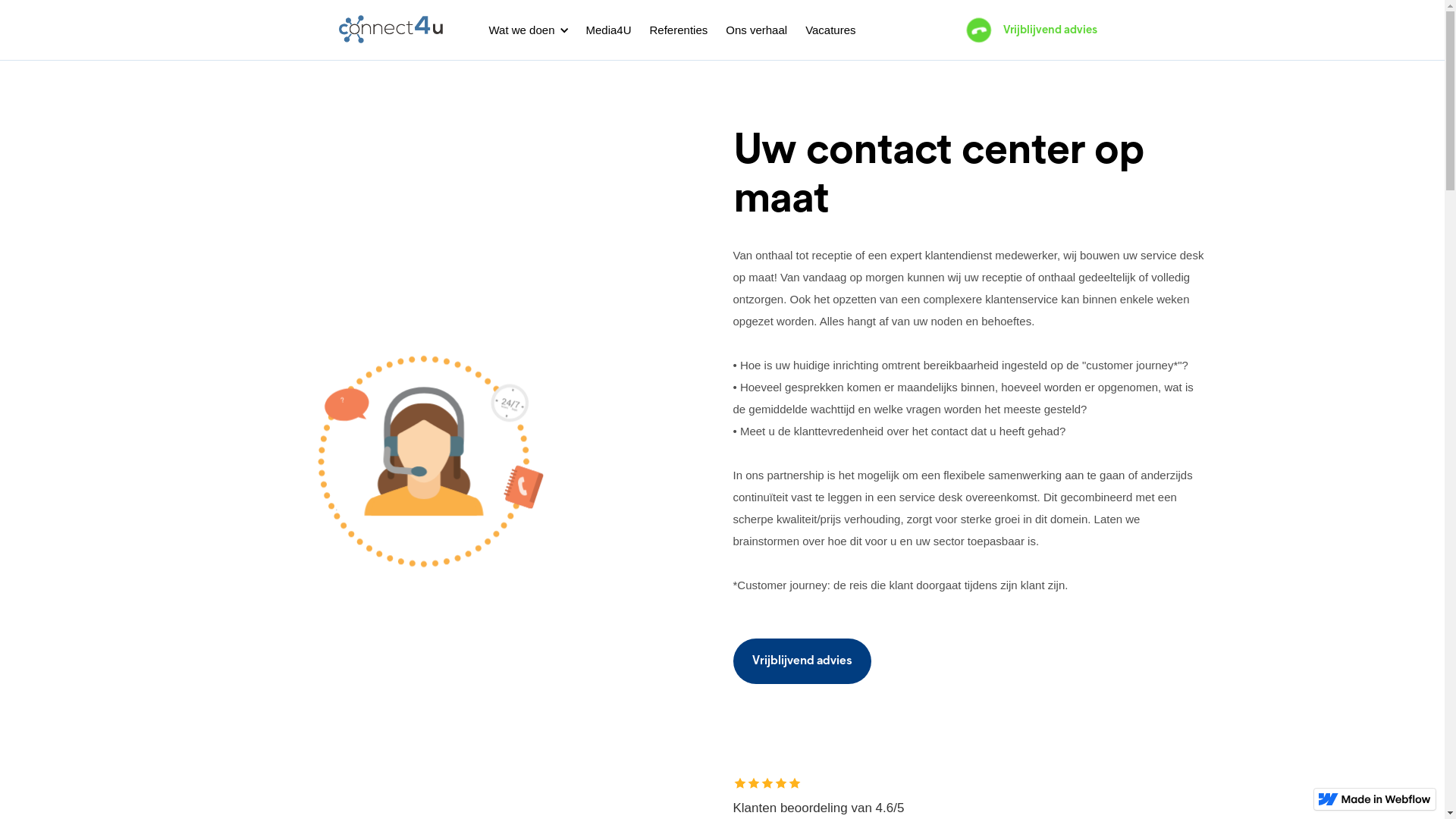 This screenshot has height=819, width=1456. Describe the element at coordinates (607, 30) in the screenshot. I see `'Media4U'` at that location.